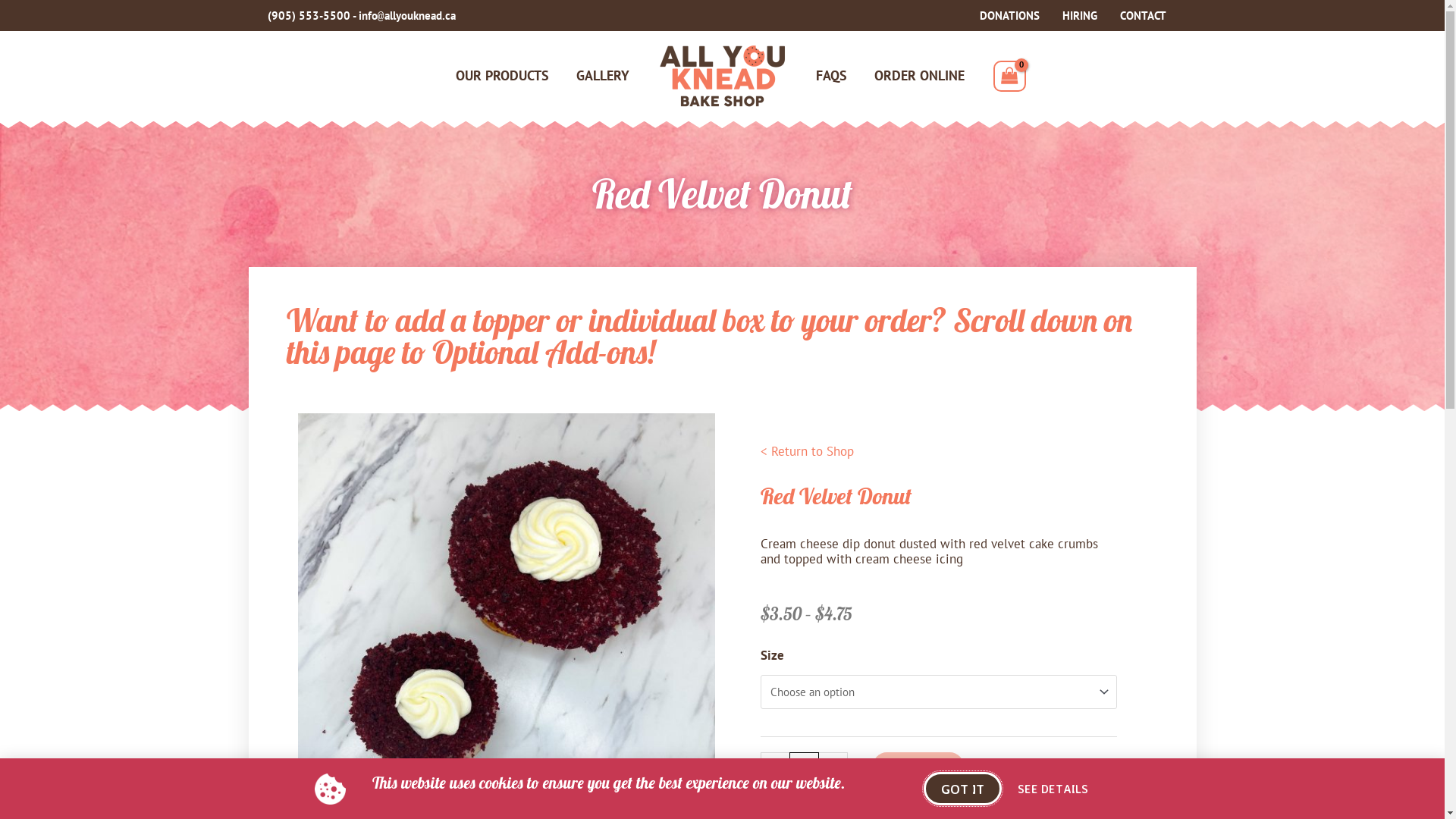  I want to click on 'ORDER ONLINE', so click(918, 76).